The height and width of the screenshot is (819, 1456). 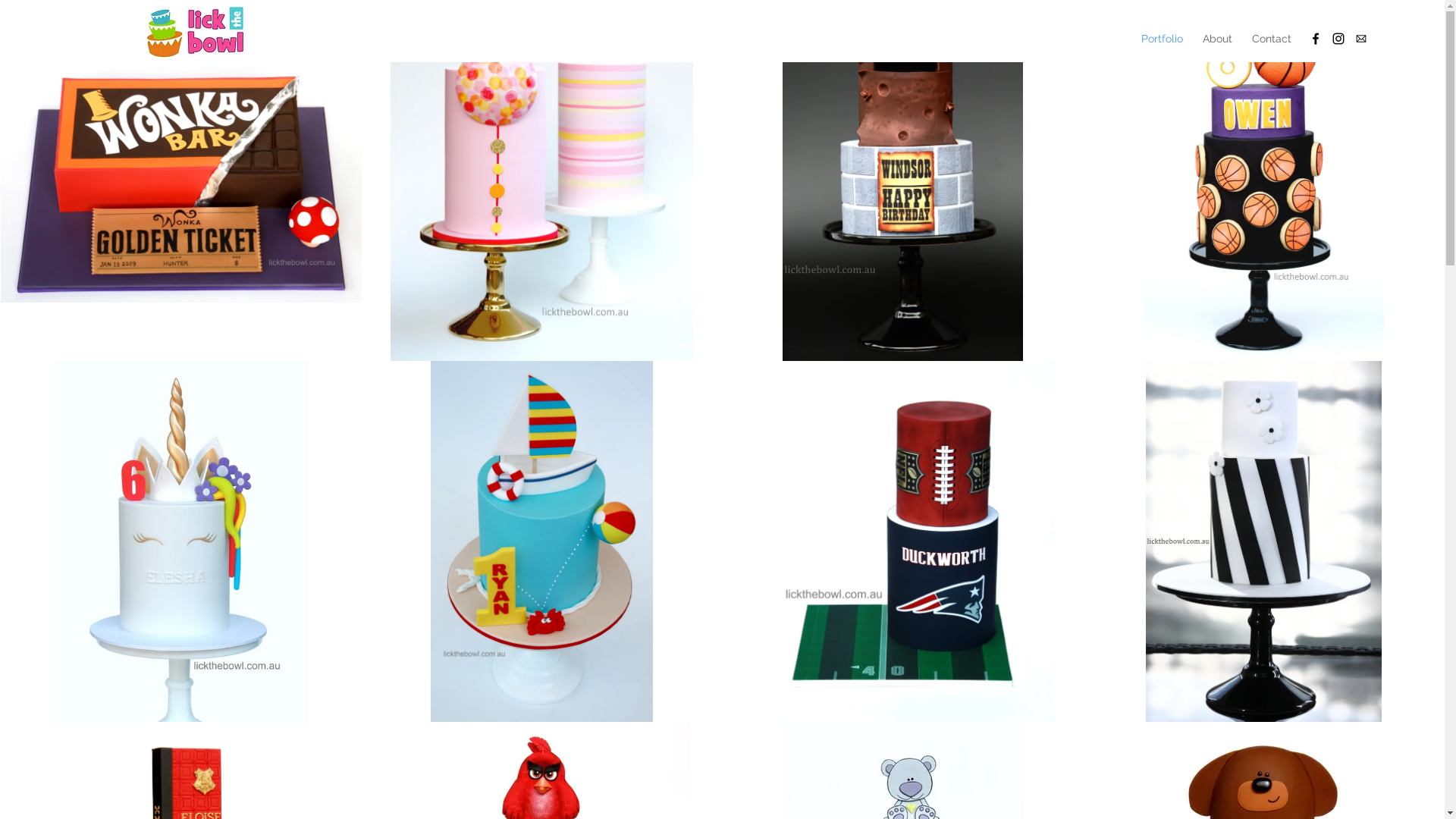 I want to click on 'Portfolio', so click(x=1161, y=37).